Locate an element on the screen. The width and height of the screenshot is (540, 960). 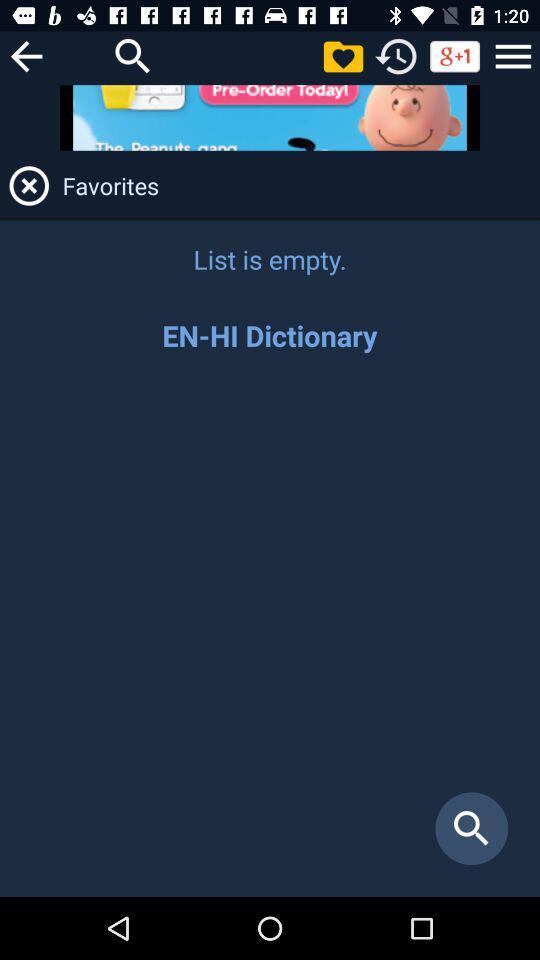
a magnifying glass to use for searching is located at coordinates (133, 55).